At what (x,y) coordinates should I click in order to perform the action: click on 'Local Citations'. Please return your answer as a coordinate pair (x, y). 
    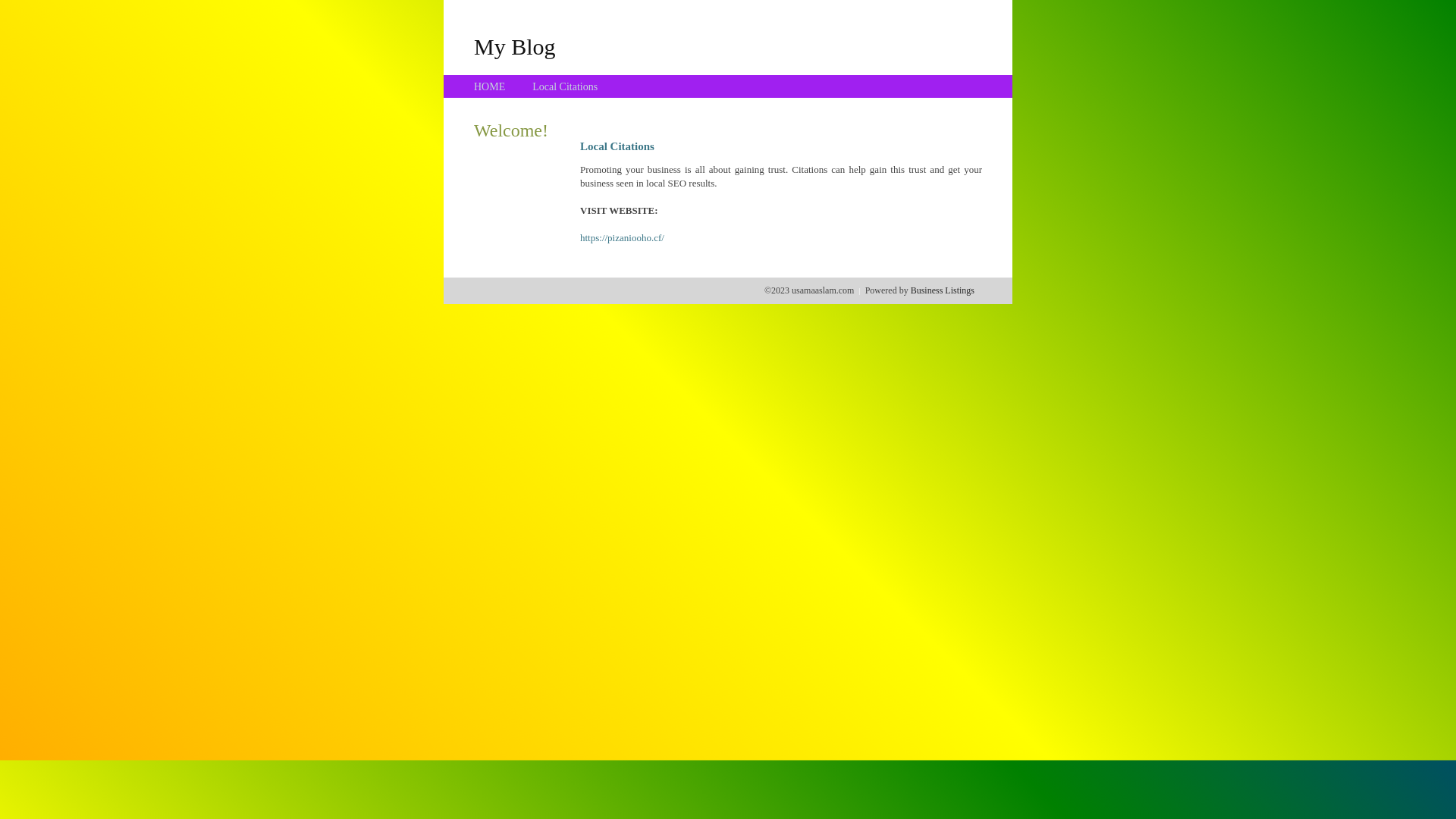
    Looking at the image, I should click on (563, 86).